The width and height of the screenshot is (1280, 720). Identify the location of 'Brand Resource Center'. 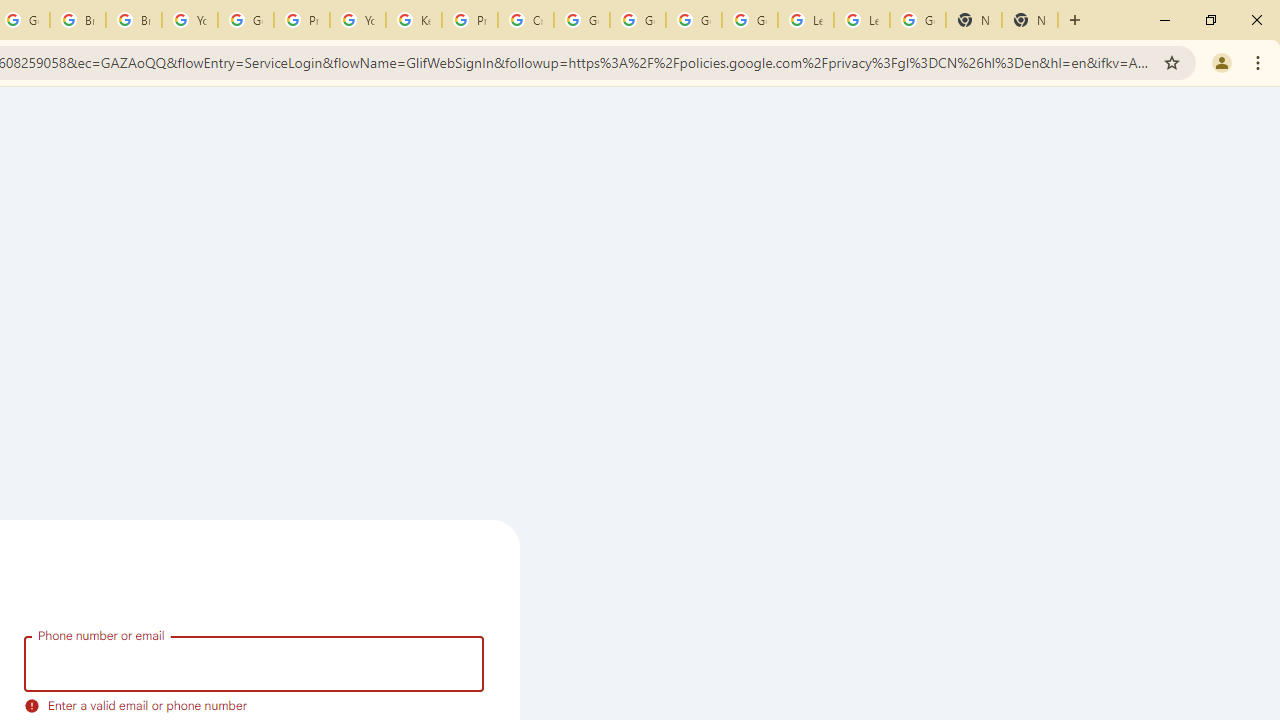
(78, 20).